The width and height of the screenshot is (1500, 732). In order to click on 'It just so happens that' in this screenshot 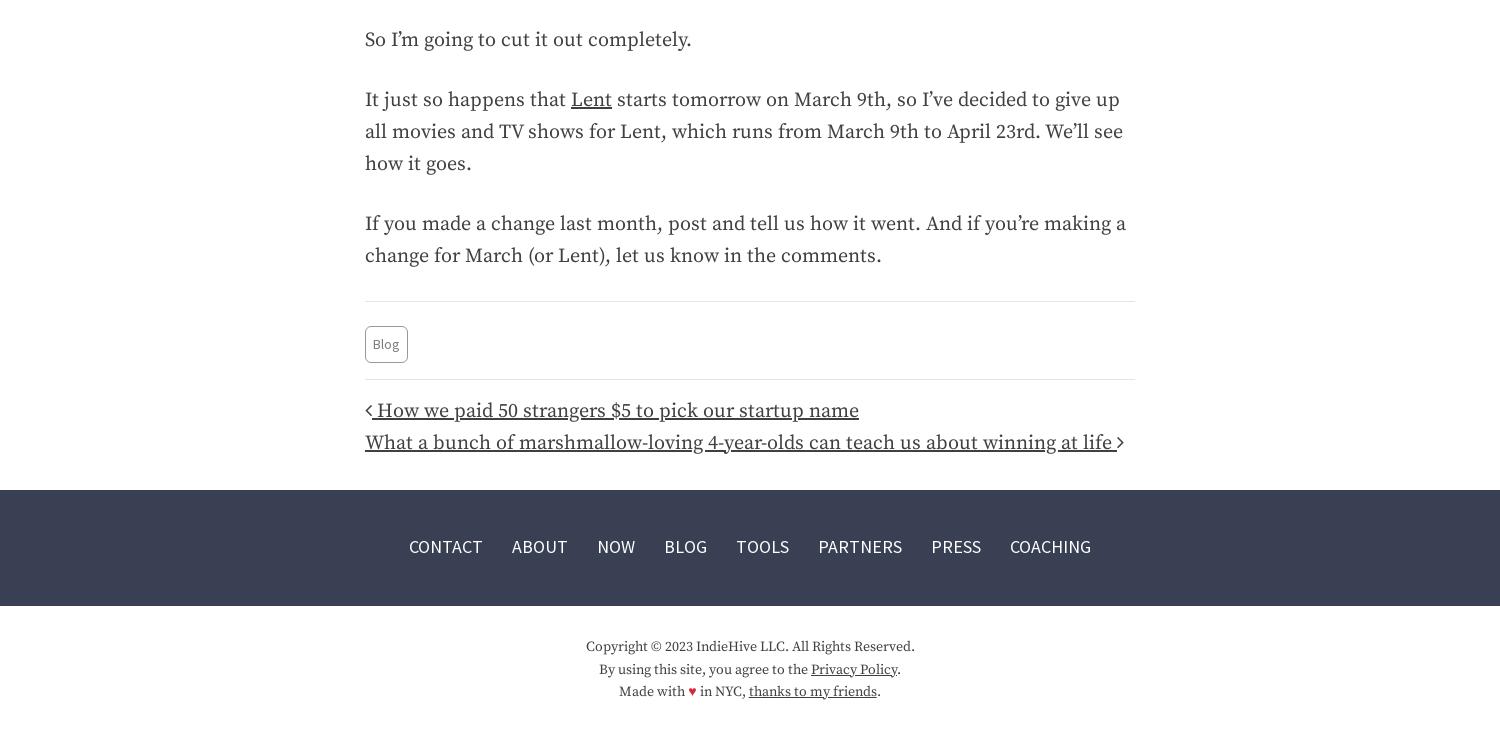, I will do `click(363, 99)`.